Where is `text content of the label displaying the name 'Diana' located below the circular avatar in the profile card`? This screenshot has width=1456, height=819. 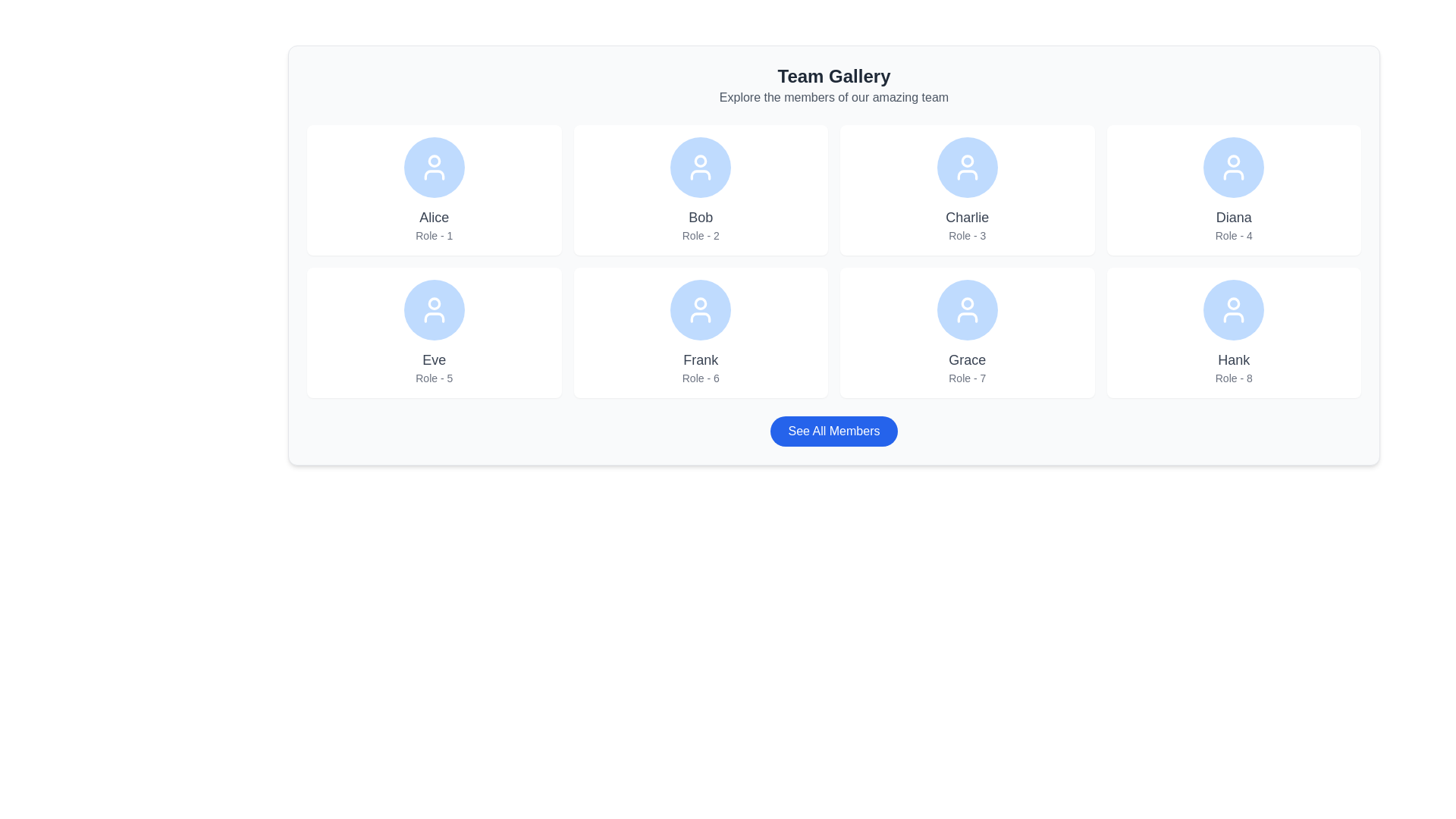 text content of the label displaying the name 'Diana' located below the circular avatar in the profile card is located at coordinates (1234, 217).